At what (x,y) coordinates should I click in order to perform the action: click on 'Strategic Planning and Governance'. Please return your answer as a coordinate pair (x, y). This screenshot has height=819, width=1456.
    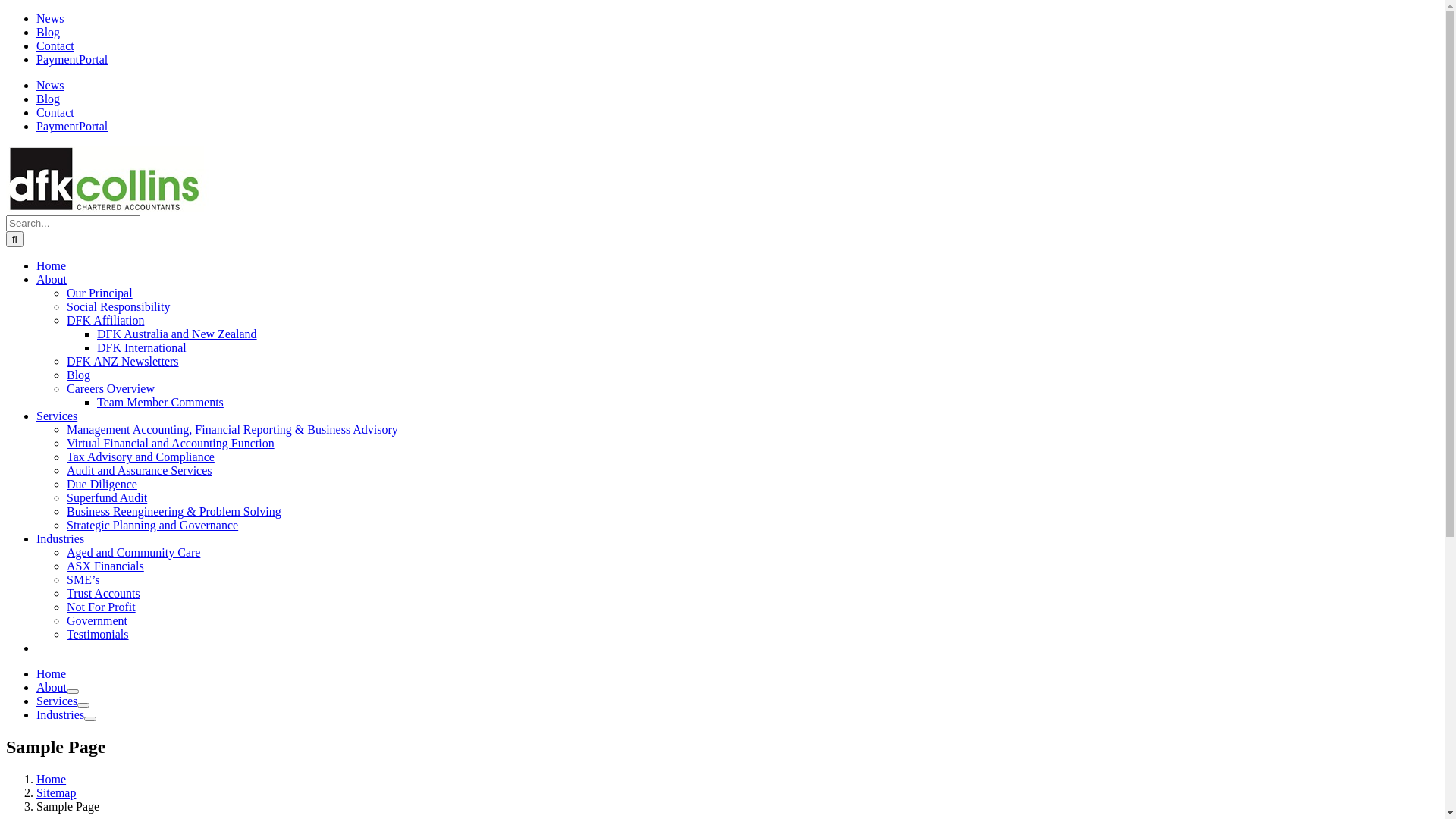
    Looking at the image, I should click on (152, 524).